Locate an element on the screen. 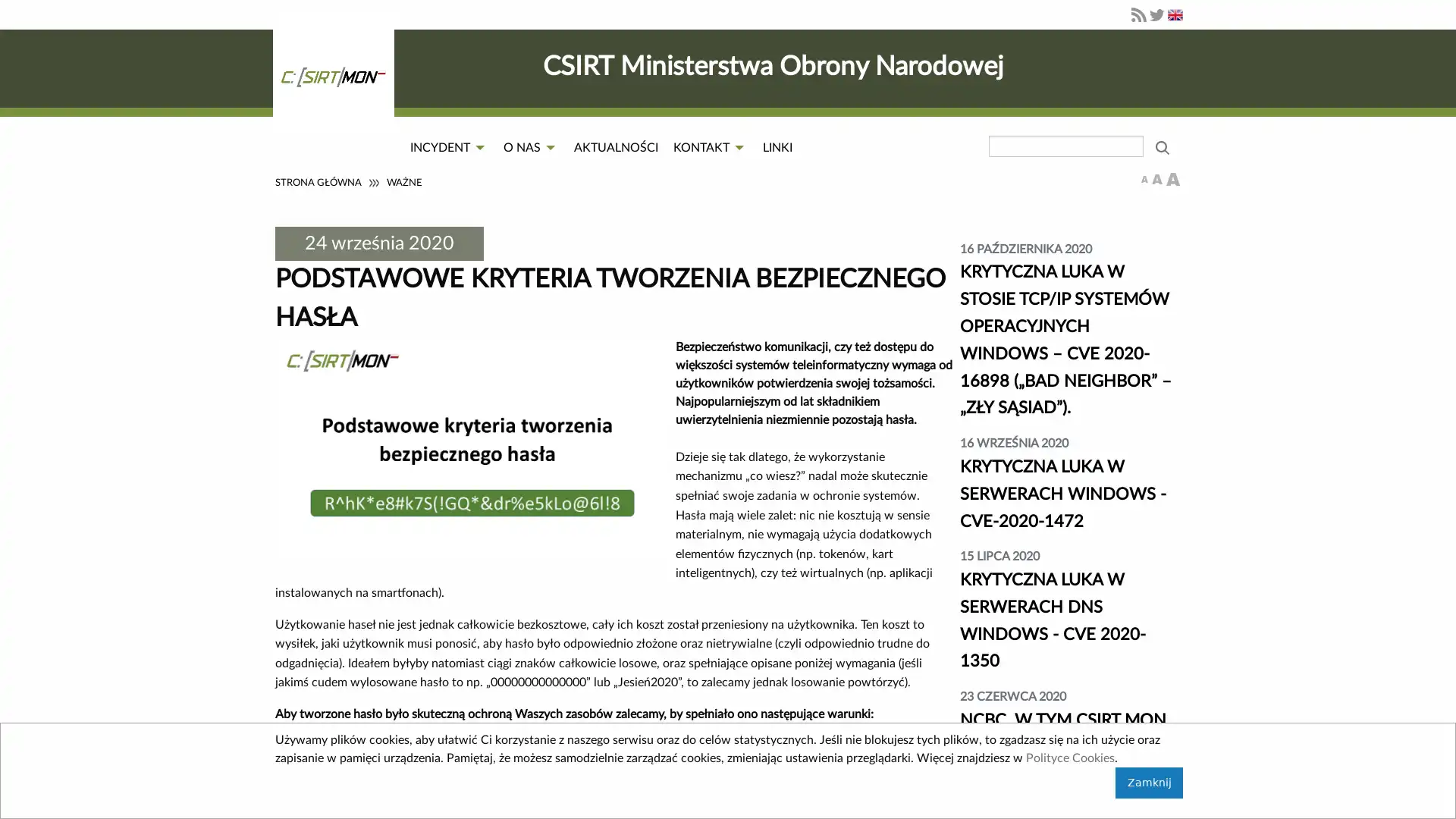 The height and width of the screenshot is (819, 1456). Zamknij is located at coordinates (1149, 783).